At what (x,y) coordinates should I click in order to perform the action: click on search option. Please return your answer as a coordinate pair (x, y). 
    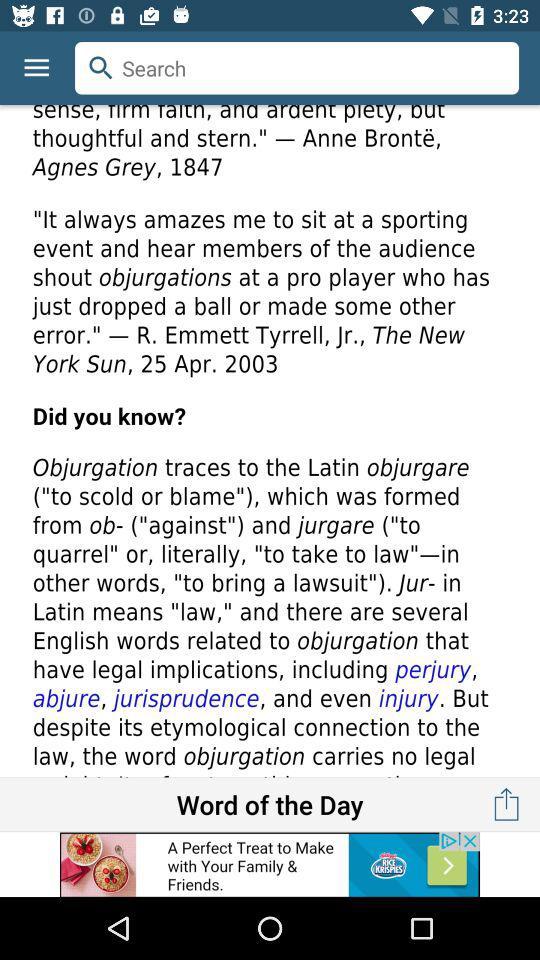
    Looking at the image, I should click on (296, 68).